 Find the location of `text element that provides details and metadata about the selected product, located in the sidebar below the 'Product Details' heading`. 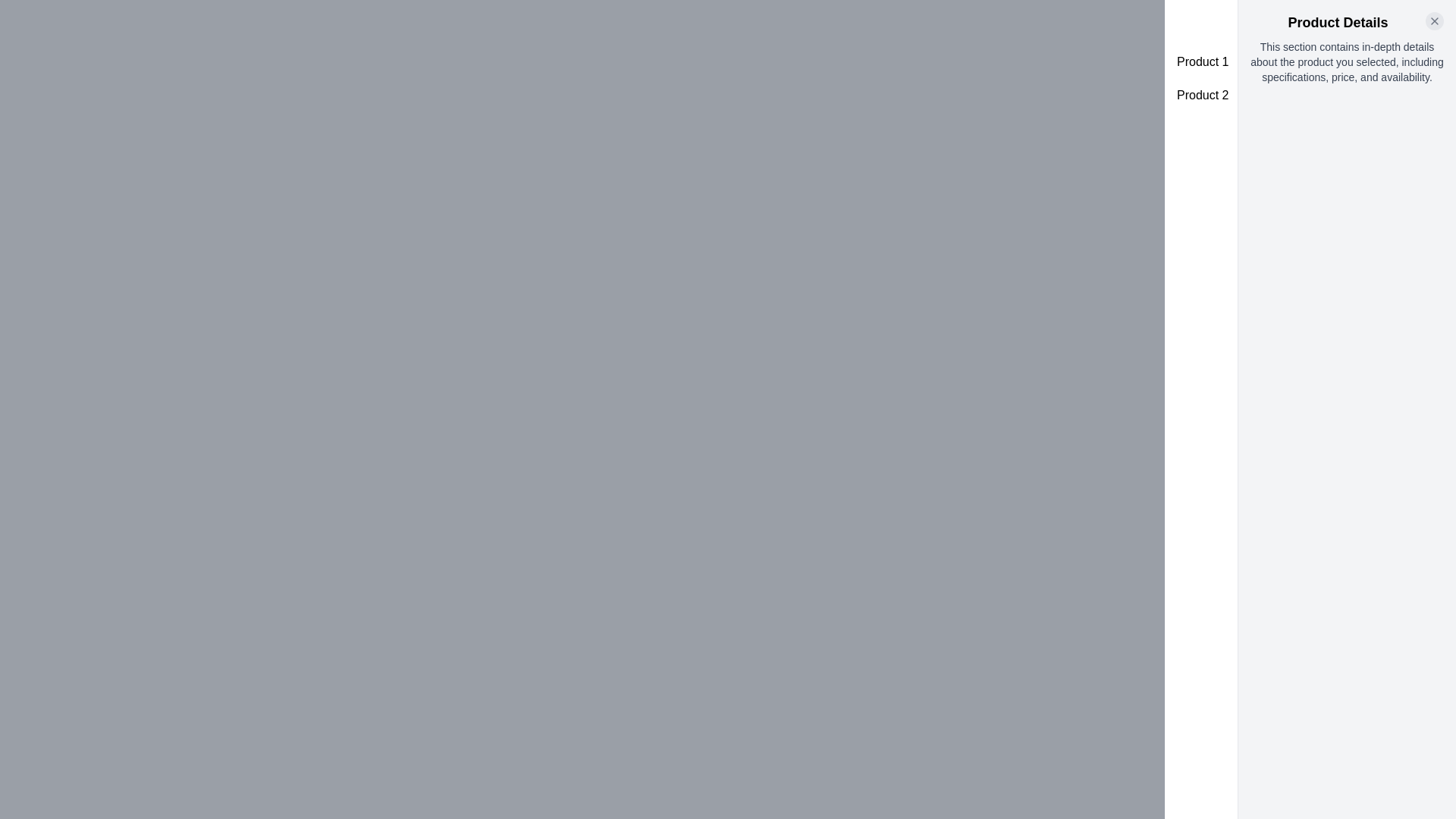

text element that provides details and metadata about the selected product, located in the sidebar below the 'Product Details' heading is located at coordinates (1347, 61).